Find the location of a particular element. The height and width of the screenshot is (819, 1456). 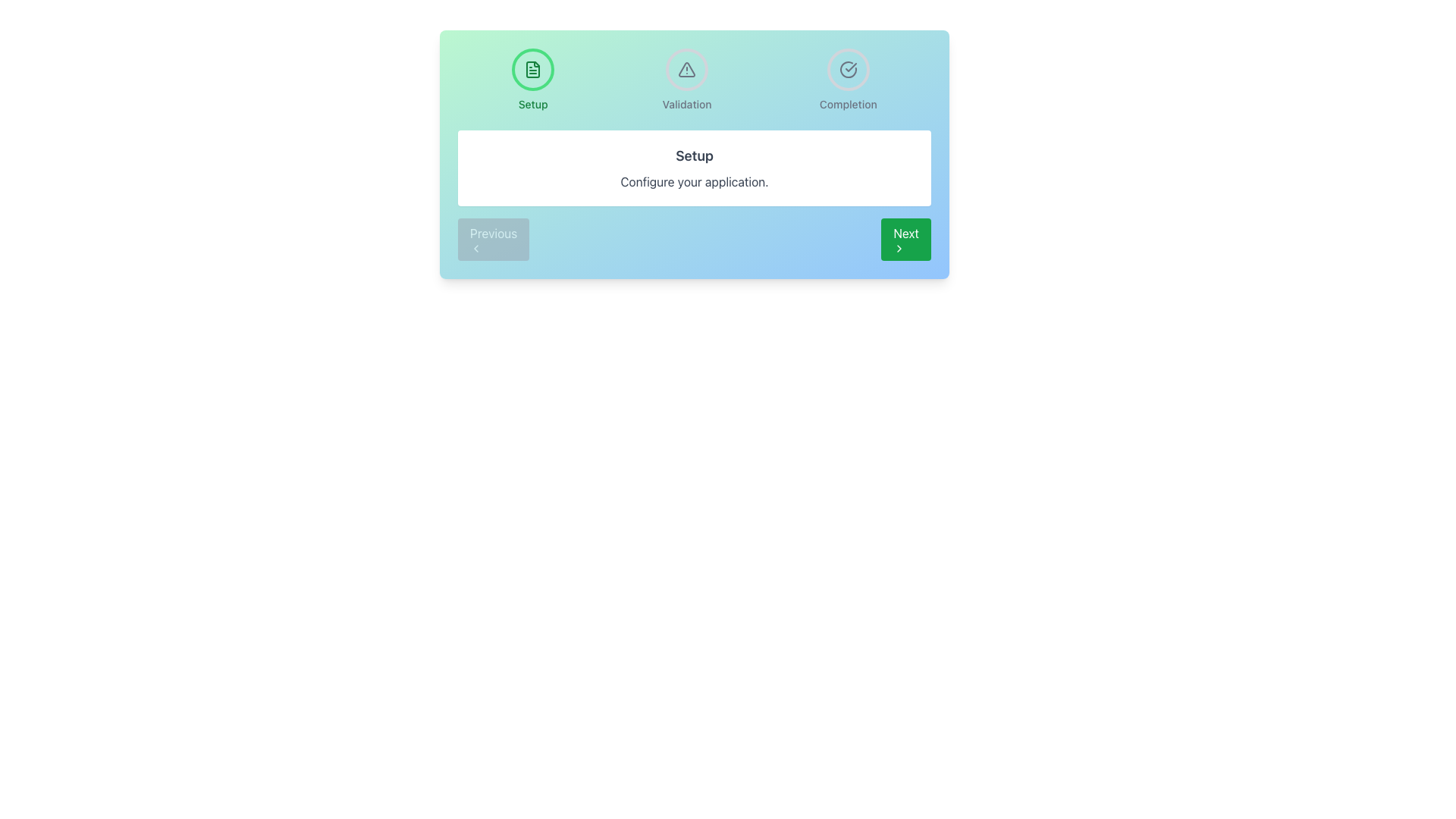

the rightward chevron icon of the 'Next' button, which is styled in white on a green background and located in the bottom-right of the interface is located at coordinates (899, 247).